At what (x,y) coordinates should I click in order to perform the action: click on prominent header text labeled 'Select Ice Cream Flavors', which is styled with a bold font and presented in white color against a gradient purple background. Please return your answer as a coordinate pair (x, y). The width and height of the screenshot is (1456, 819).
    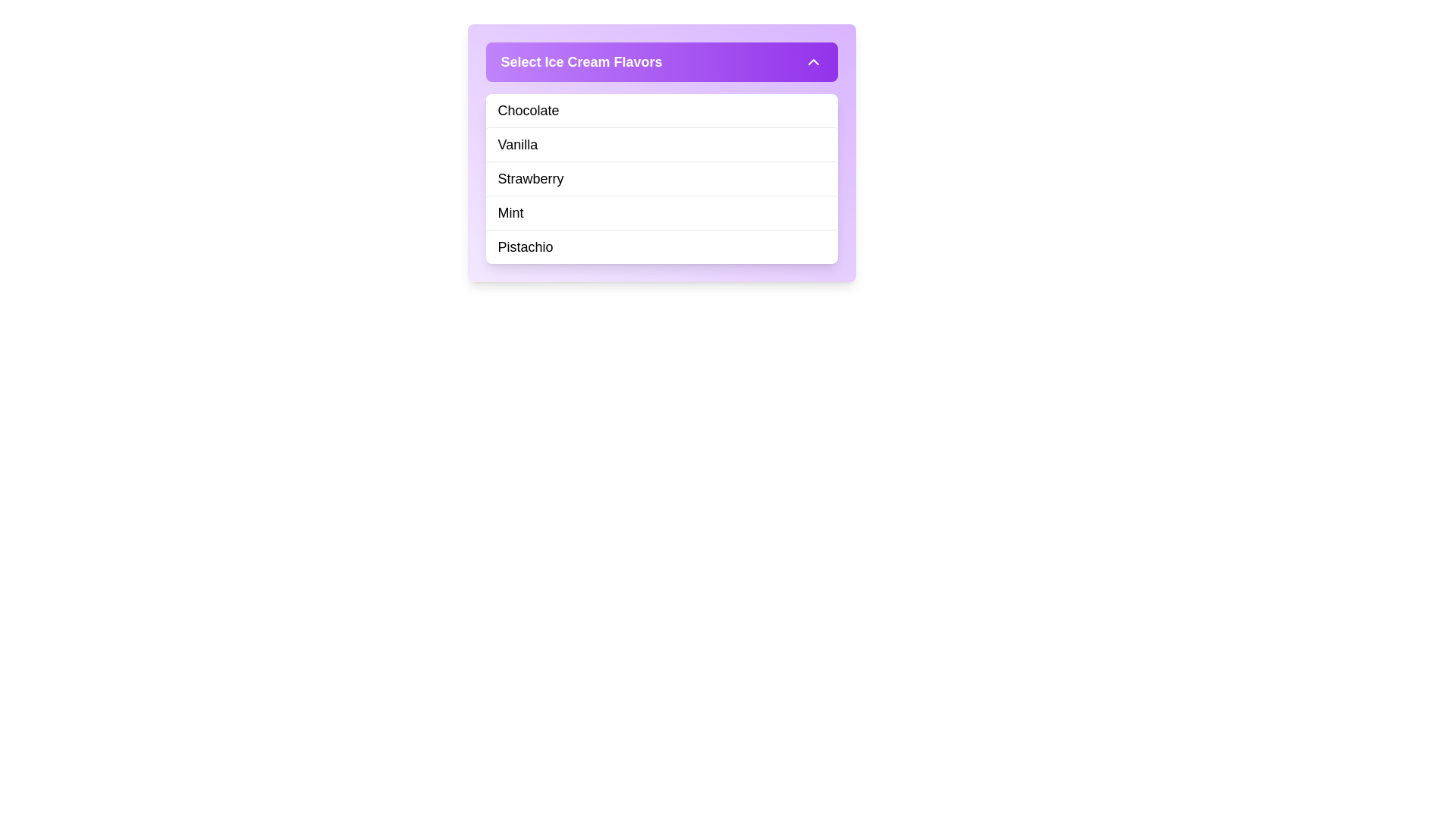
    Looking at the image, I should click on (581, 61).